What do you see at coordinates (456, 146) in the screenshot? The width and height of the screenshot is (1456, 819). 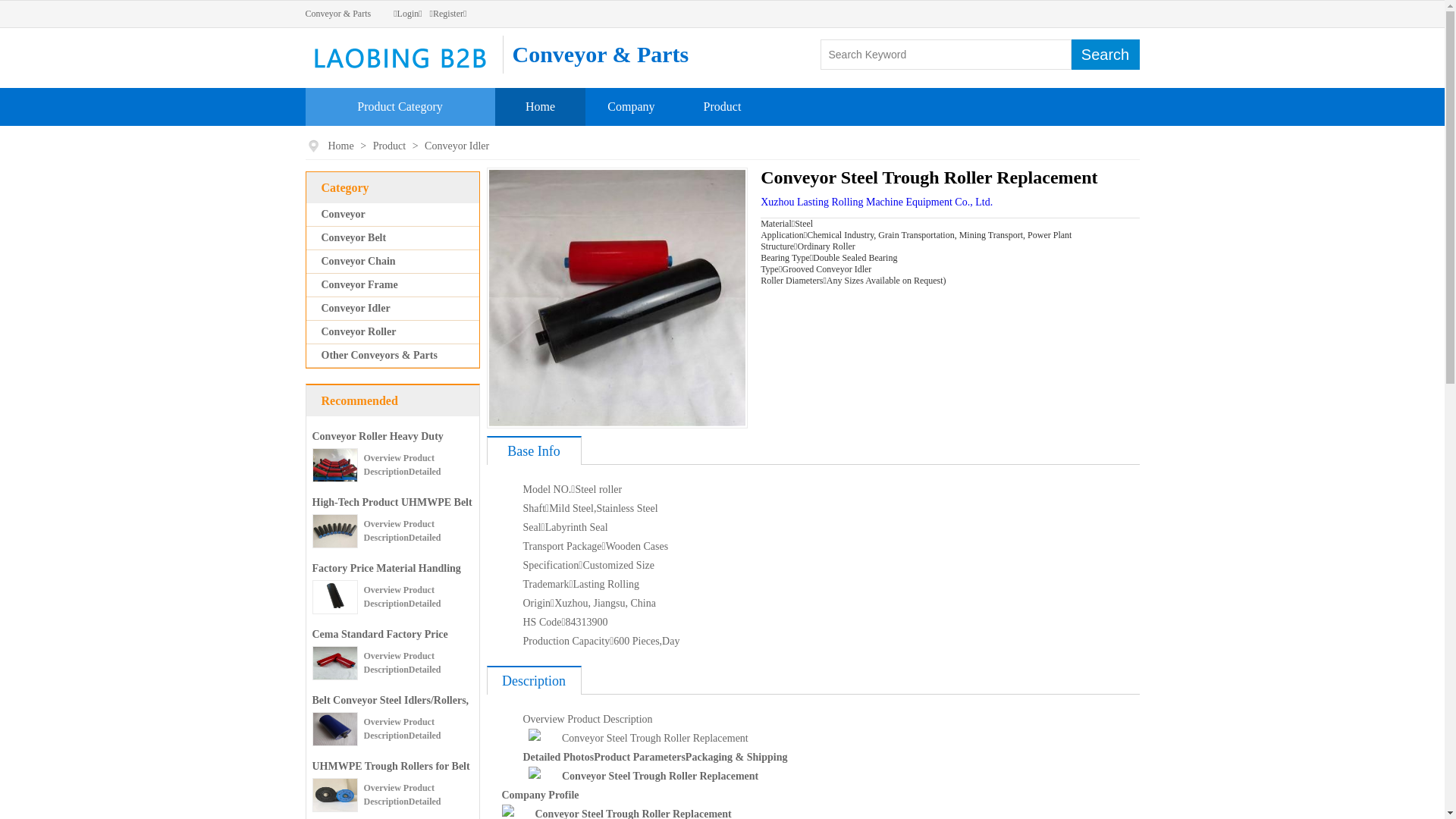 I see `'Conveyor Idler'` at bounding box center [456, 146].